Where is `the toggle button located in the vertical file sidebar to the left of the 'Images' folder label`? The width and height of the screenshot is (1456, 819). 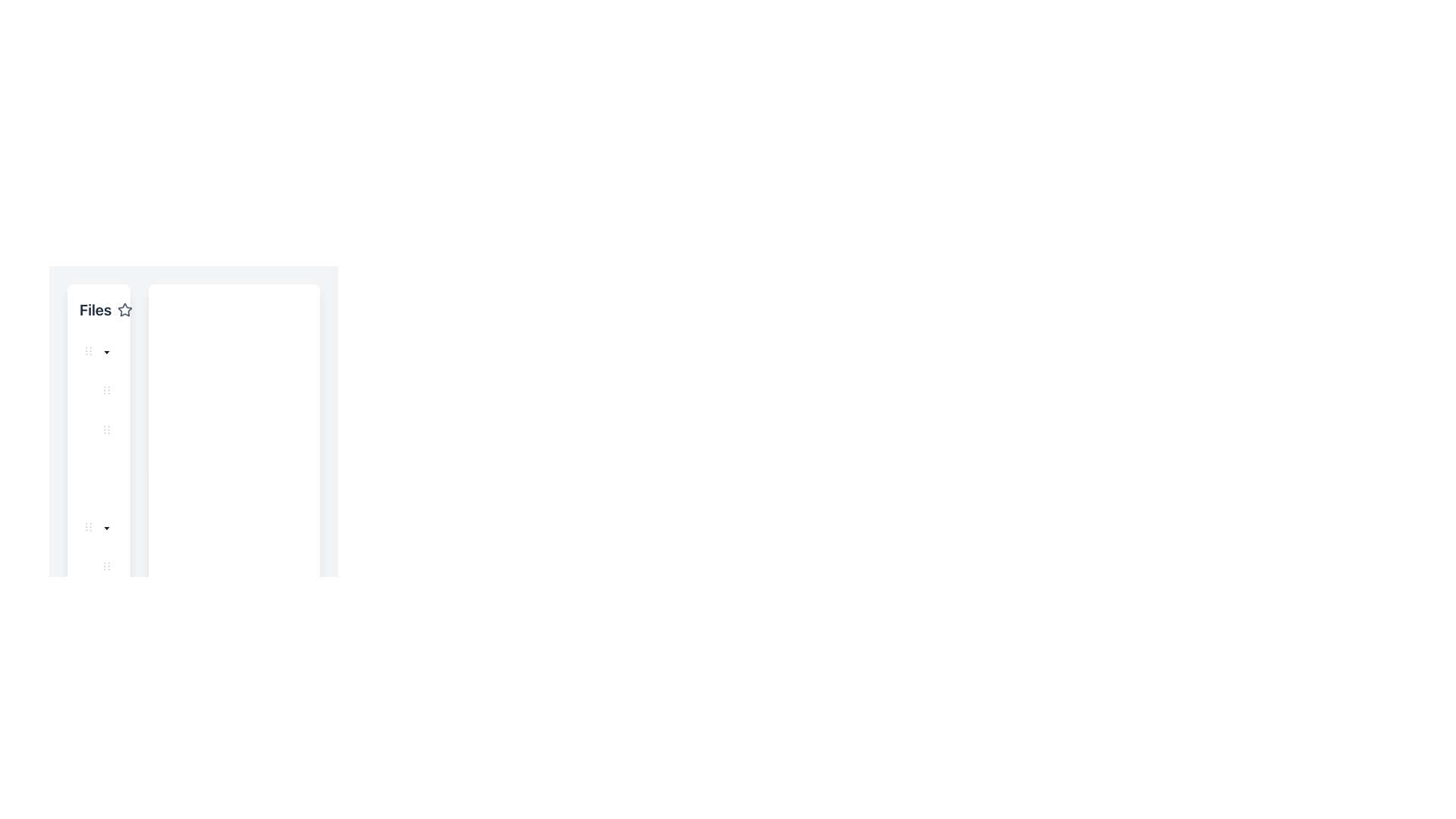 the toggle button located in the vertical file sidebar to the left of the 'Images' folder label is located at coordinates (105, 535).